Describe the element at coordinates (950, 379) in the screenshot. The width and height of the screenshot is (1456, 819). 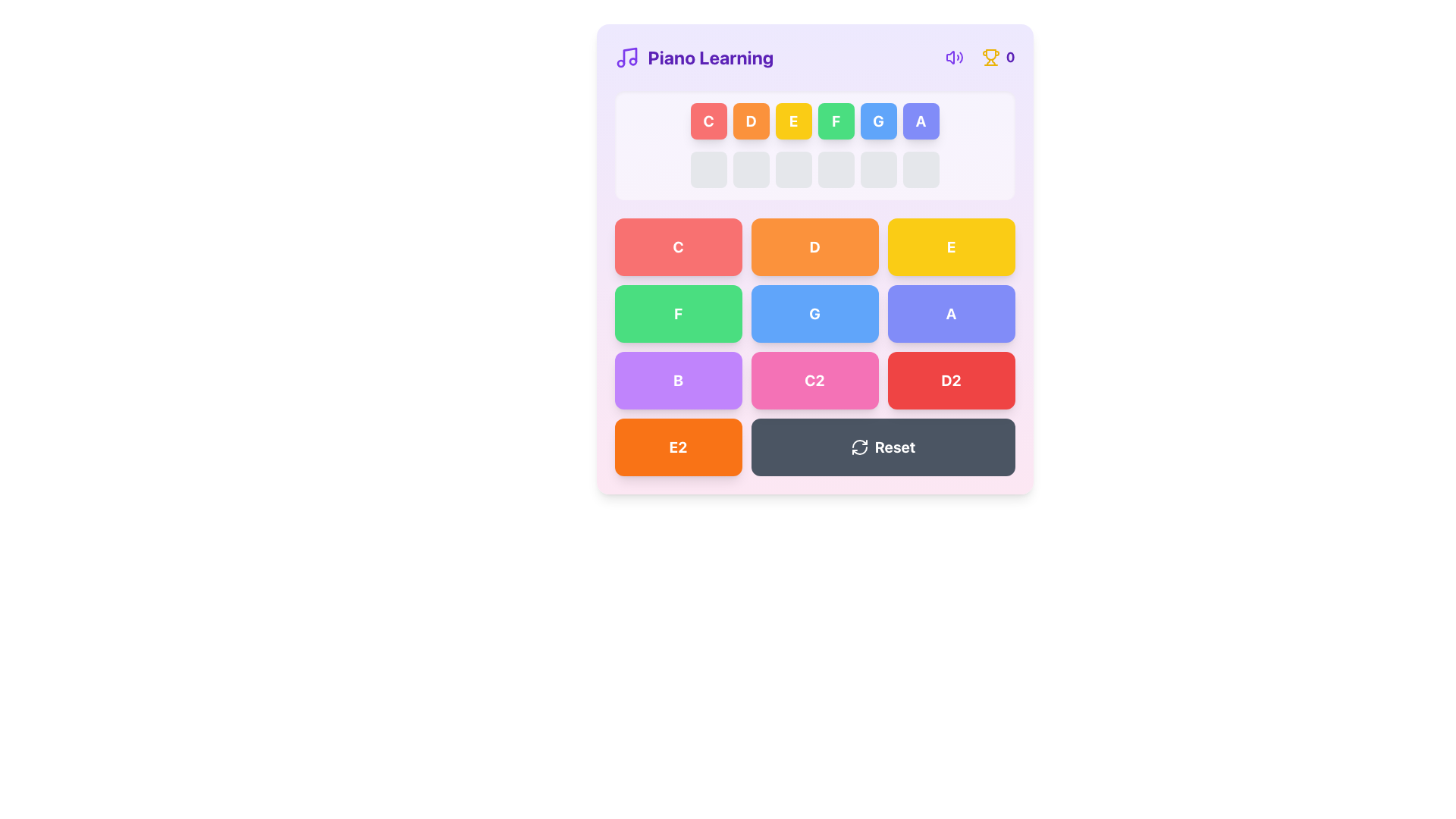
I see `the interactive button labeled 'D2'` at that location.